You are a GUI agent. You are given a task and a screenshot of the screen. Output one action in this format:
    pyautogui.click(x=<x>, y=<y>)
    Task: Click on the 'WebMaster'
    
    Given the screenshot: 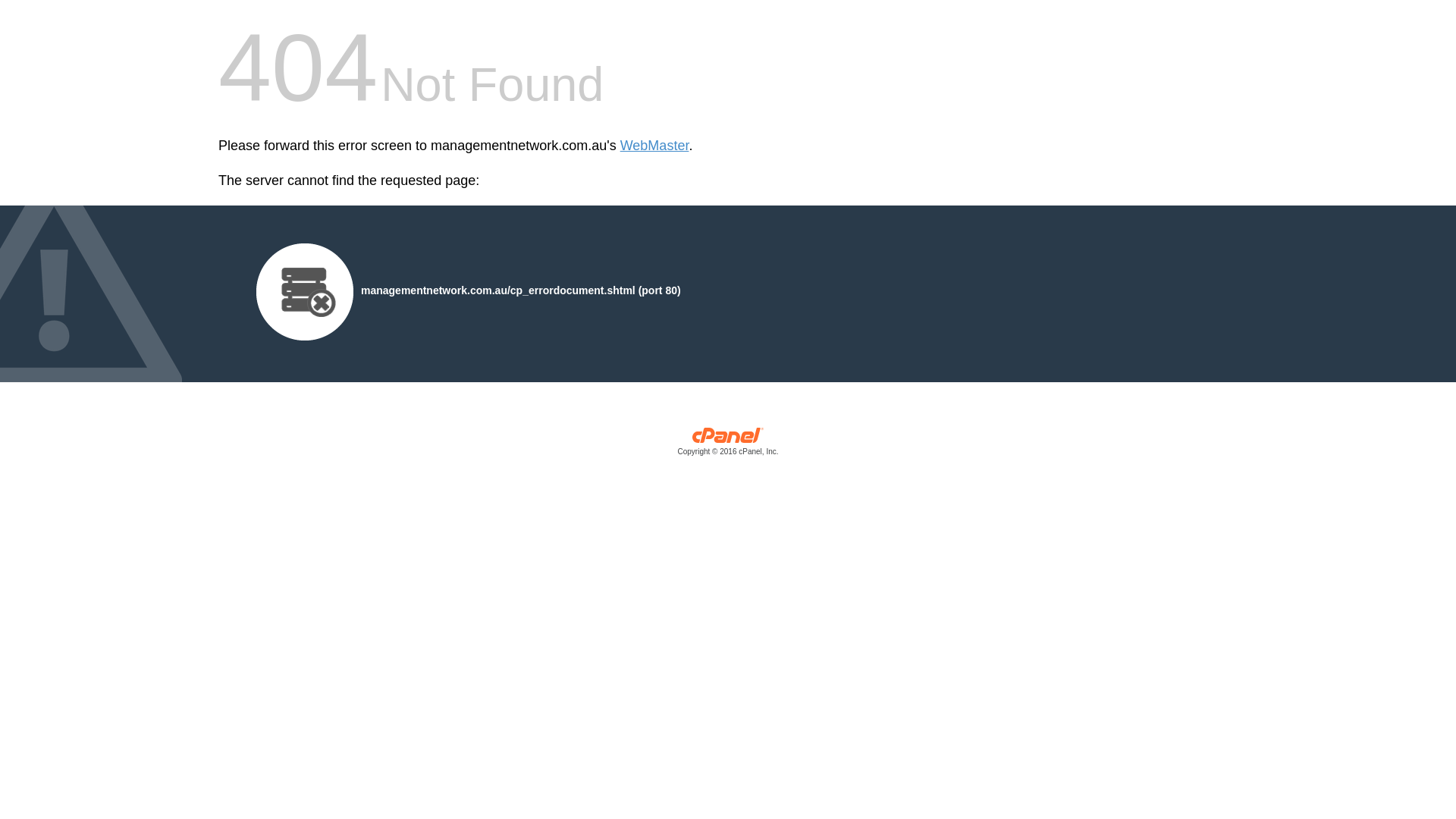 What is the action you would take?
    pyautogui.click(x=654, y=146)
    